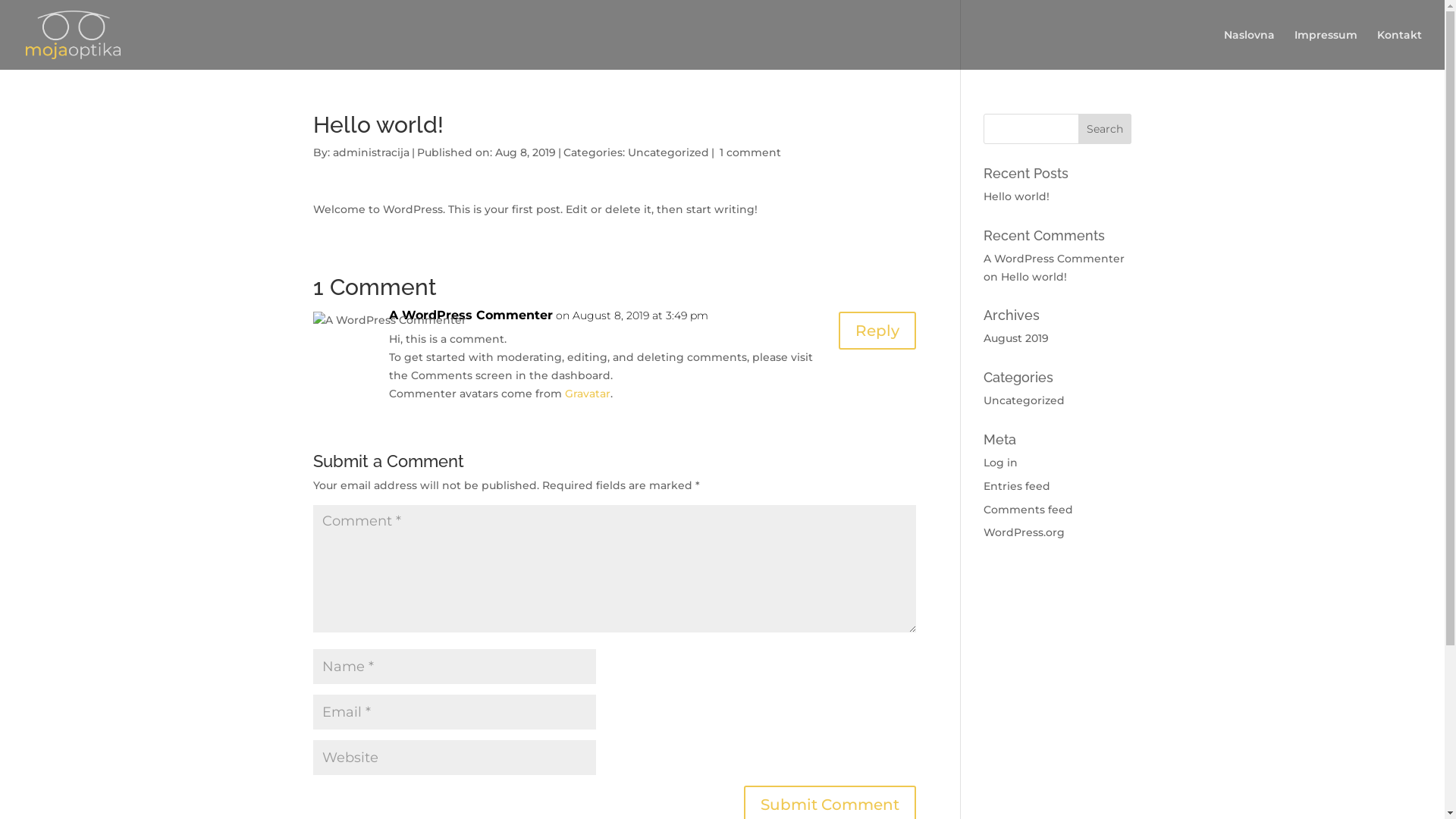  What do you see at coordinates (1001, 277) in the screenshot?
I see `'Hello world!'` at bounding box center [1001, 277].